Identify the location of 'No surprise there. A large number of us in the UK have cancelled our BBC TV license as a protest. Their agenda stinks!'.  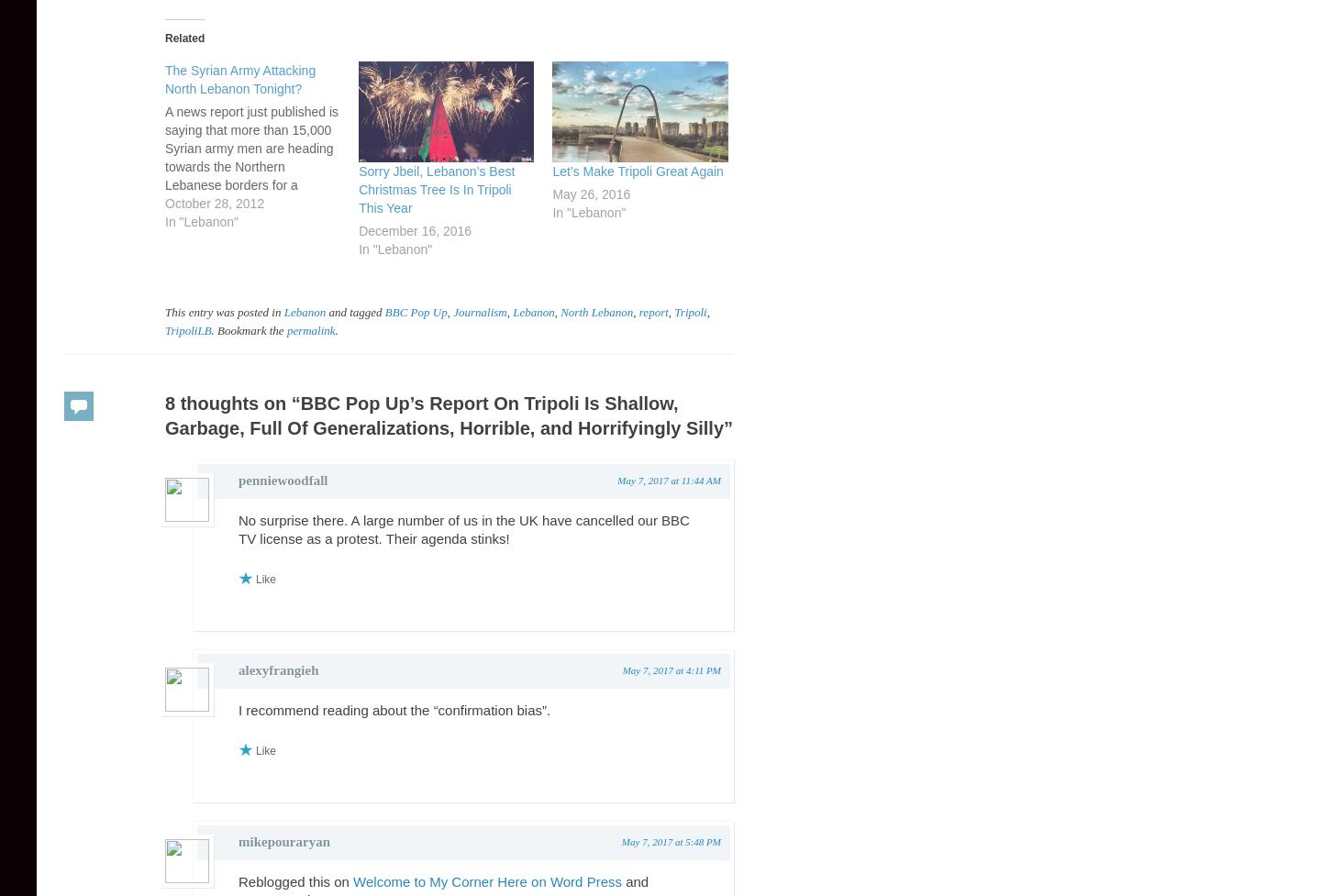
(238, 528).